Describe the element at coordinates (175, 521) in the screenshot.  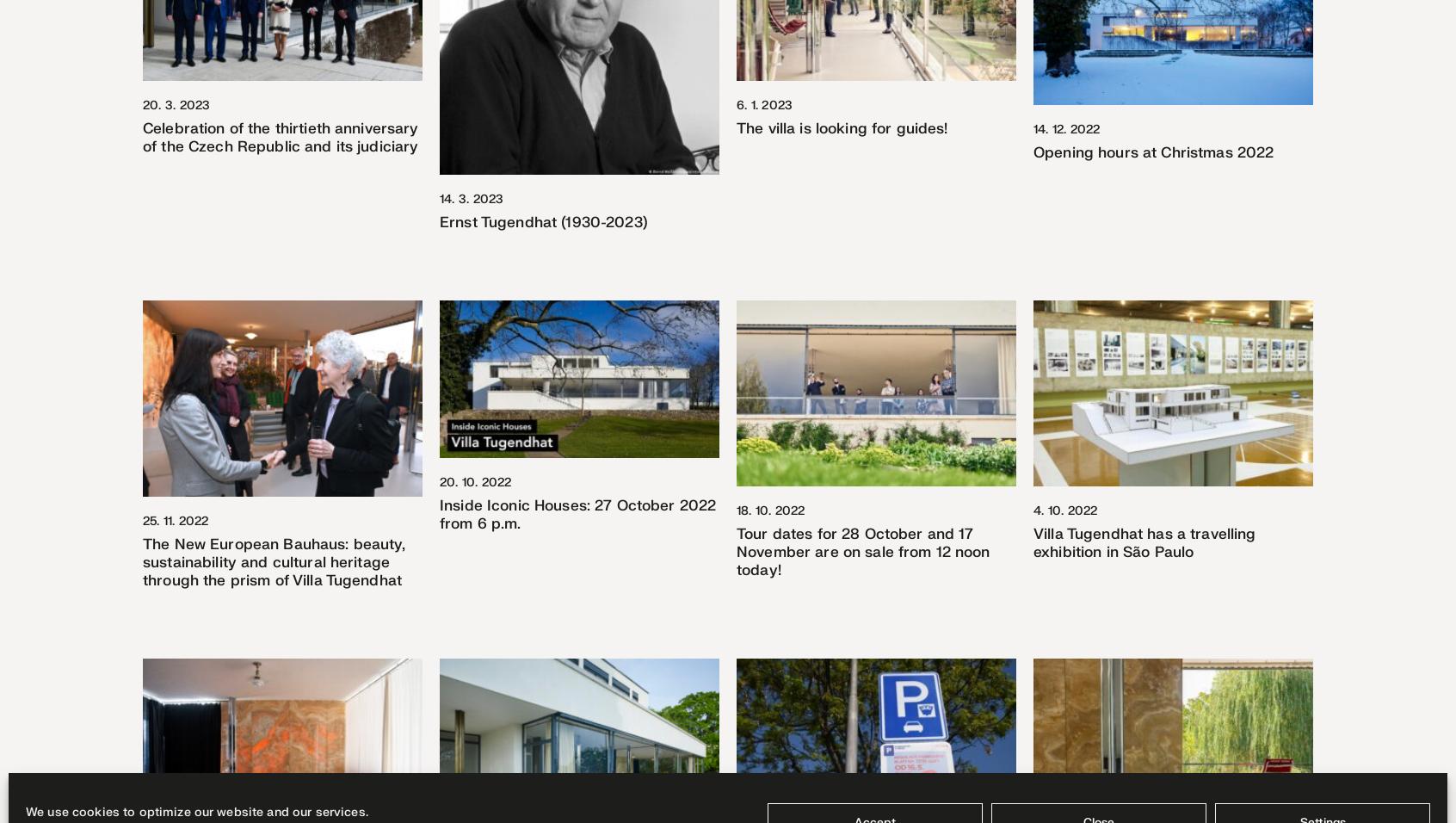
I see `'25. 11. 2022'` at that location.